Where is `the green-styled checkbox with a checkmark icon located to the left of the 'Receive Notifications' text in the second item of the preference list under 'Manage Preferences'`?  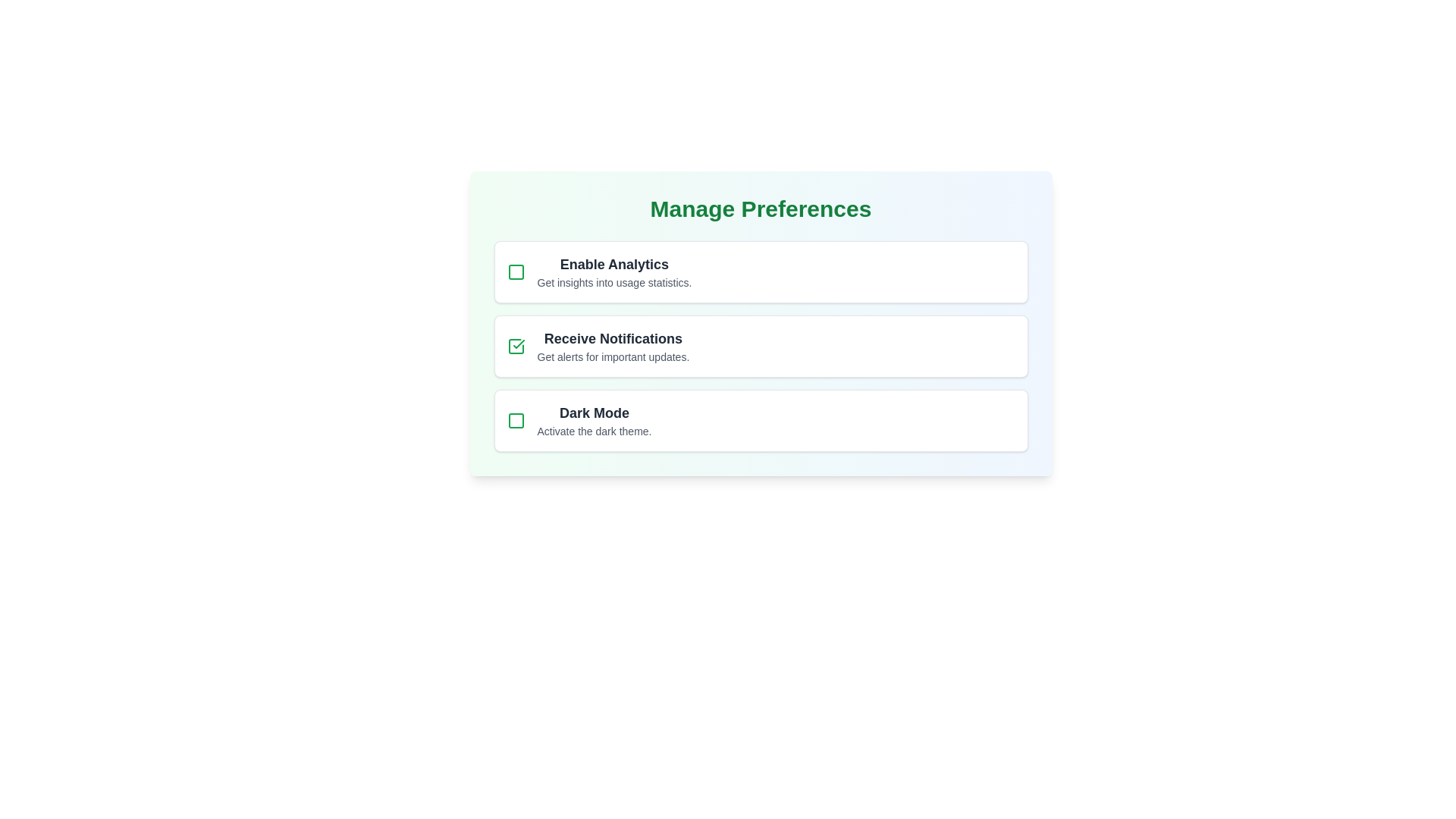 the green-styled checkbox with a checkmark icon located to the left of the 'Receive Notifications' text in the second item of the preference list under 'Manage Preferences' is located at coordinates (516, 346).